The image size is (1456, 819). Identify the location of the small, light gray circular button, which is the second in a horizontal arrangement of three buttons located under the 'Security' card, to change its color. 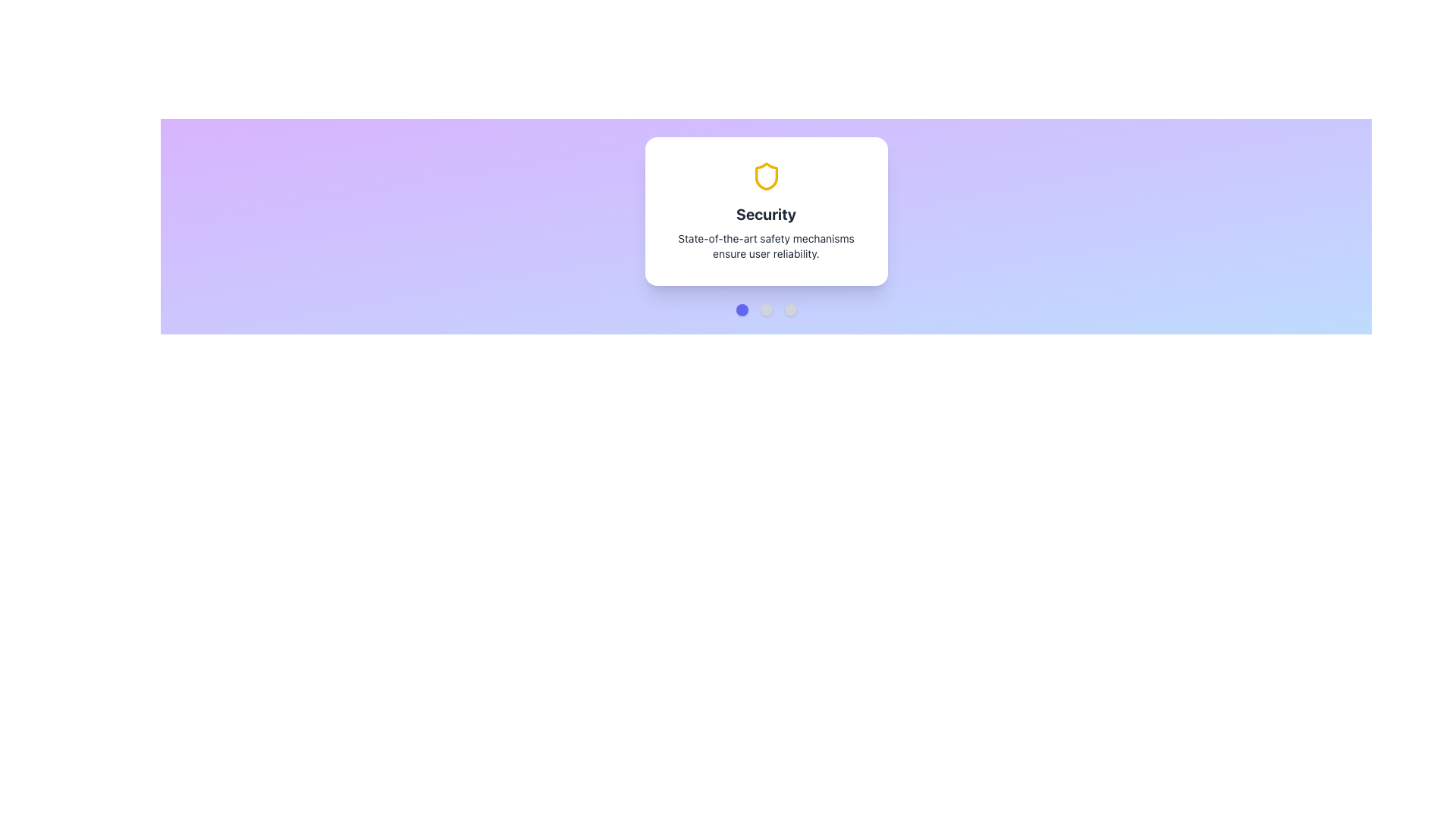
(766, 309).